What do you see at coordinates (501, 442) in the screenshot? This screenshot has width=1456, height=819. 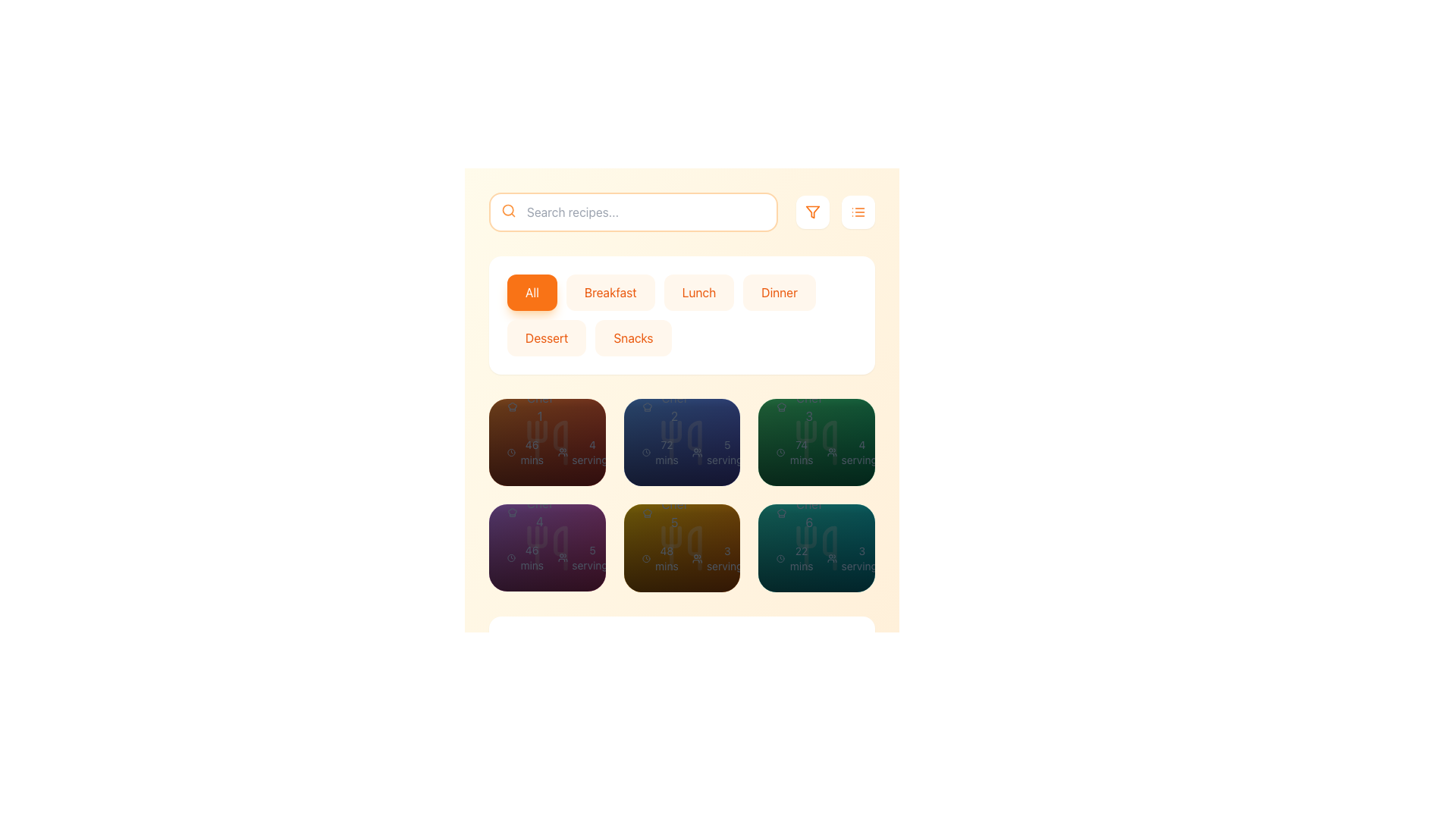 I see `the heart-shaped icon inside the circular red button located in the top-left corner of the brown recipe card` at bounding box center [501, 442].